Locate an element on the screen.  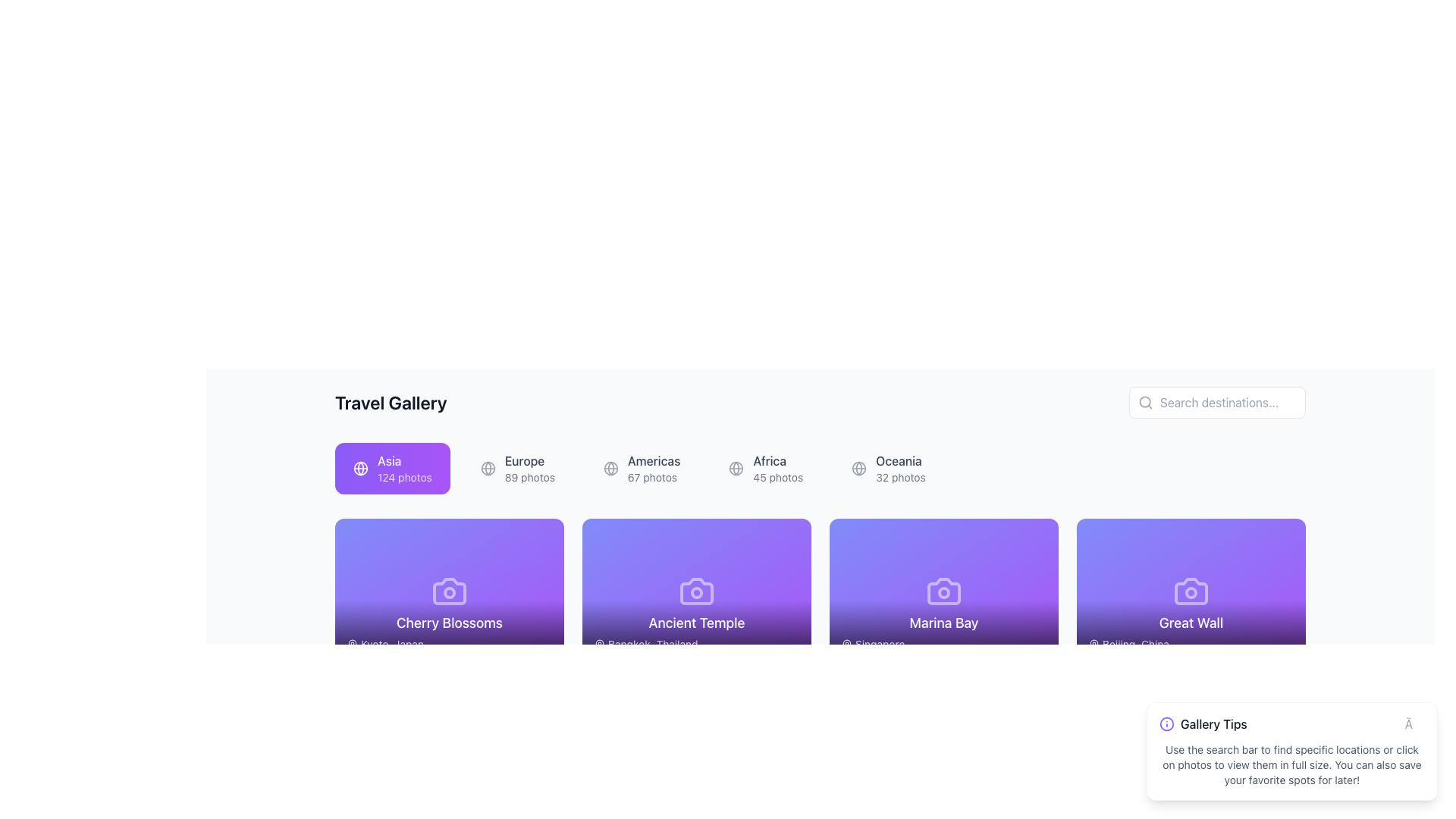
text of the label displaying 'Africa', which is the fourth item in a horizontal list of continent labels at the top of the interface is located at coordinates (778, 460).